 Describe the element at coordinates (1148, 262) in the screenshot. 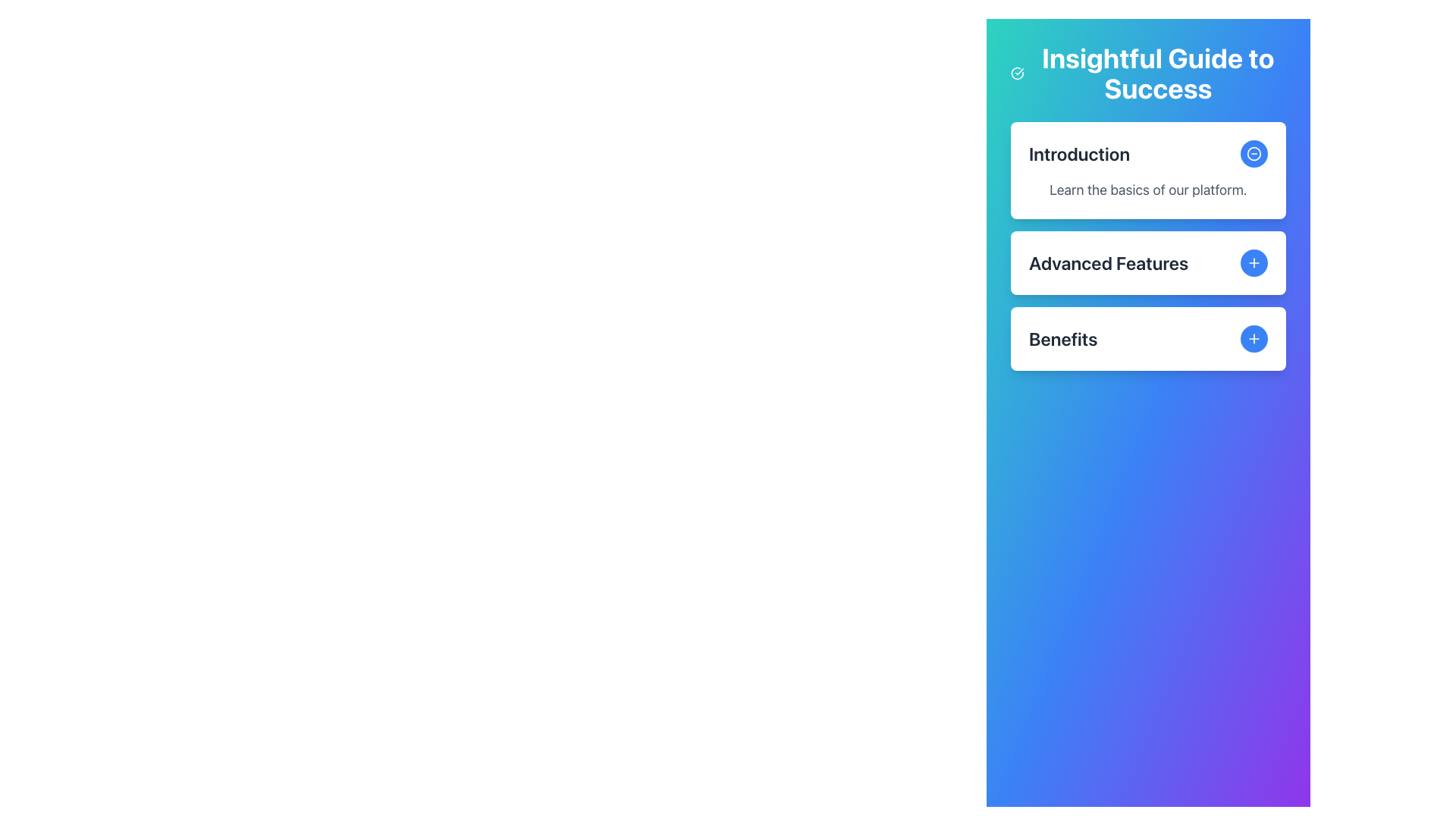

I see `the Interactive Card labeled 'Advanced Features' located centrally in the list below 'Insightful Guide to Success'` at that location.